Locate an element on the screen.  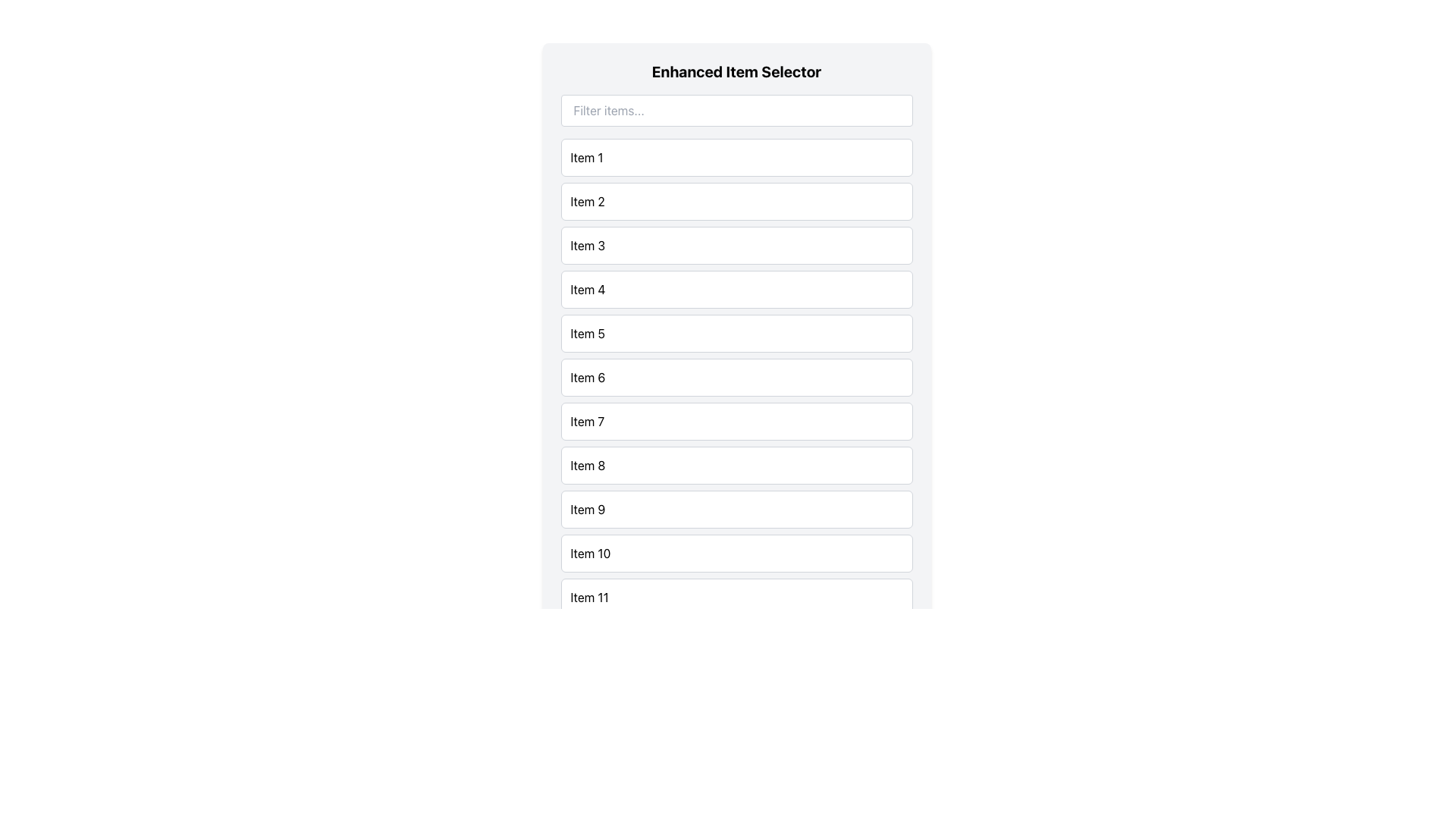
the 'Item 8' button, which is a rectangular list item with a white background and a gray border is located at coordinates (736, 464).